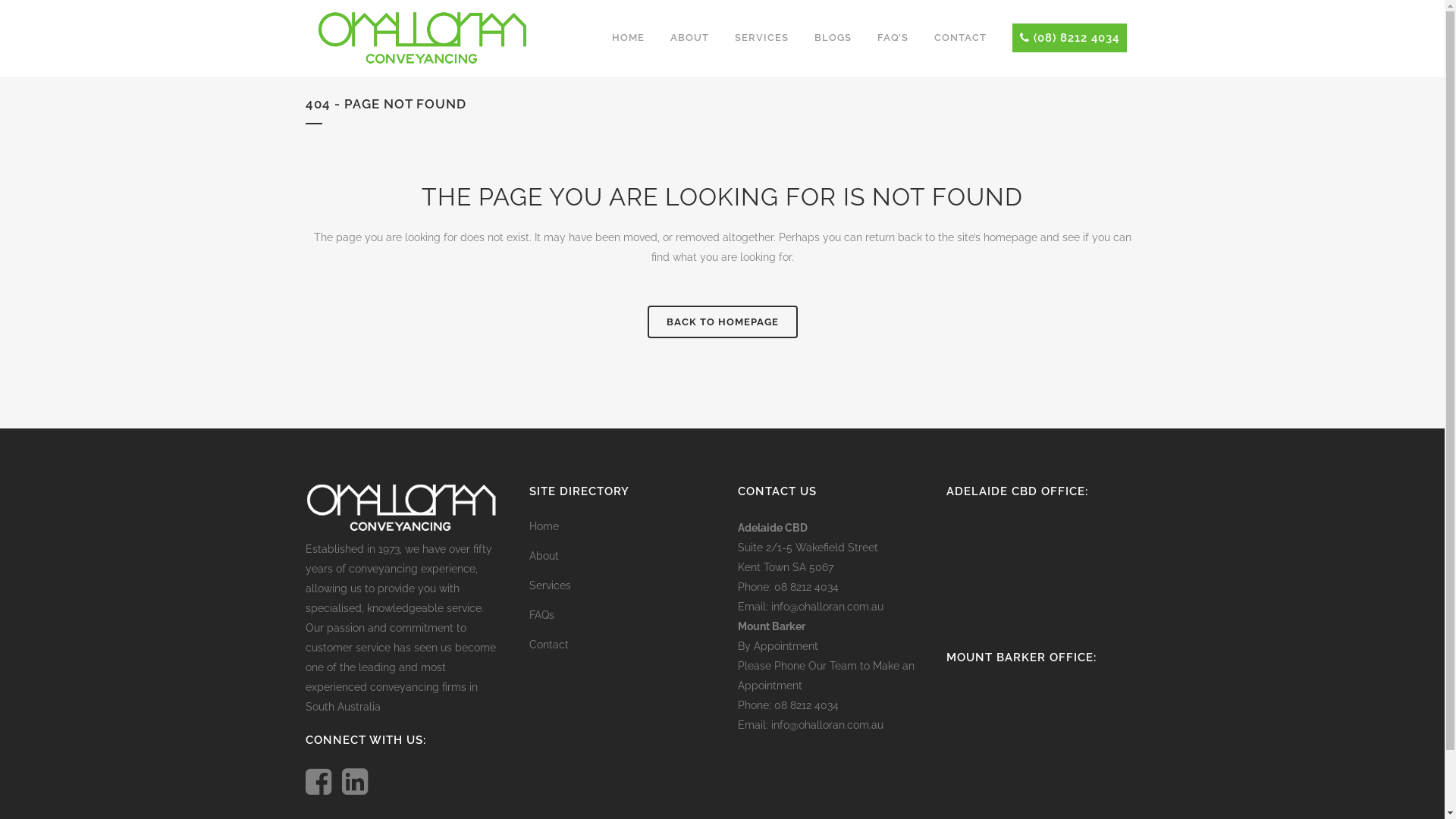 The image size is (1456, 819). What do you see at coordinates (805, 586) in the screenshot?
I see `'08 8212 4034'` at bounding box center [805, 586].